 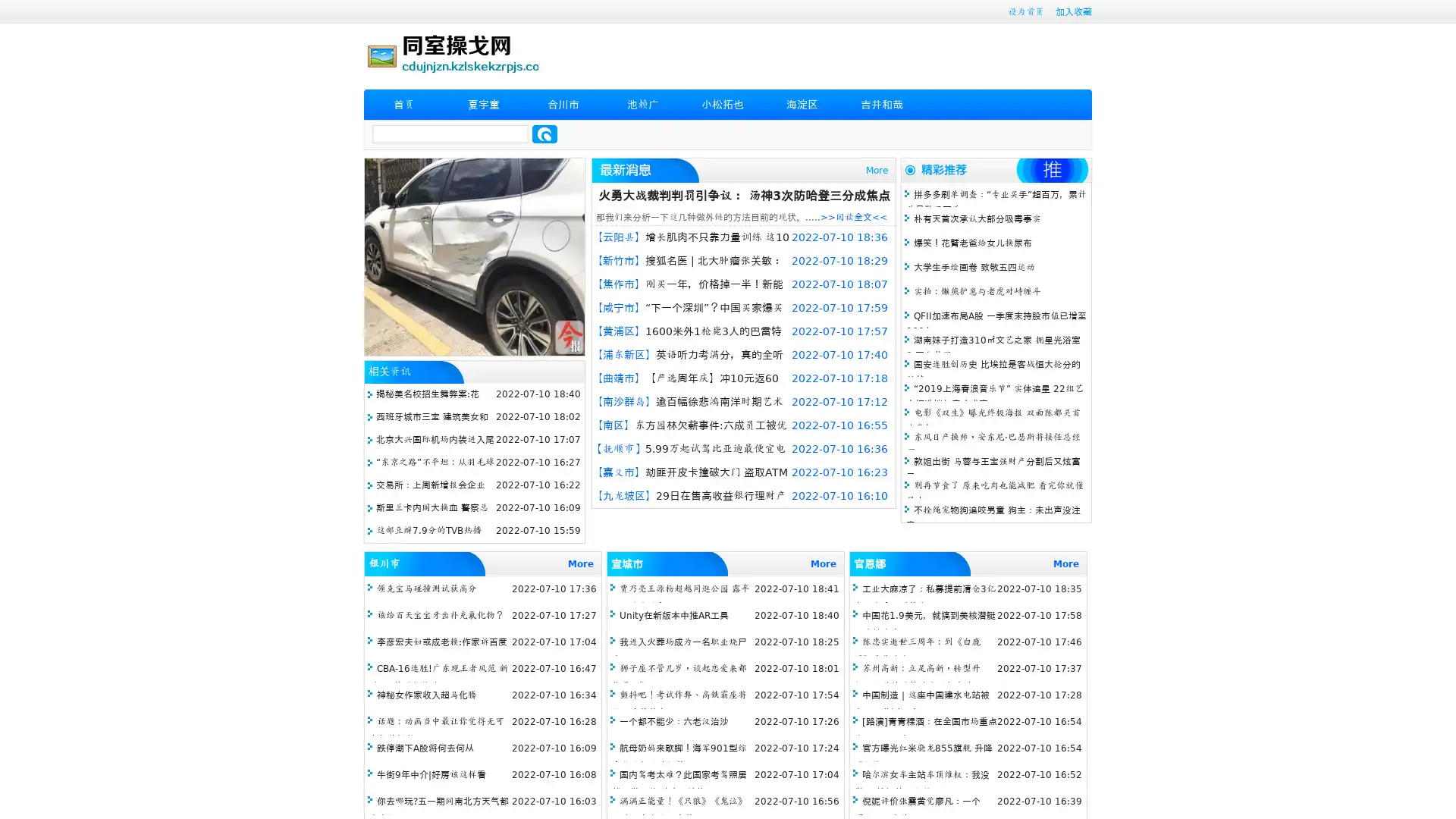 I want to click on Search, so click(x=544, y=133).